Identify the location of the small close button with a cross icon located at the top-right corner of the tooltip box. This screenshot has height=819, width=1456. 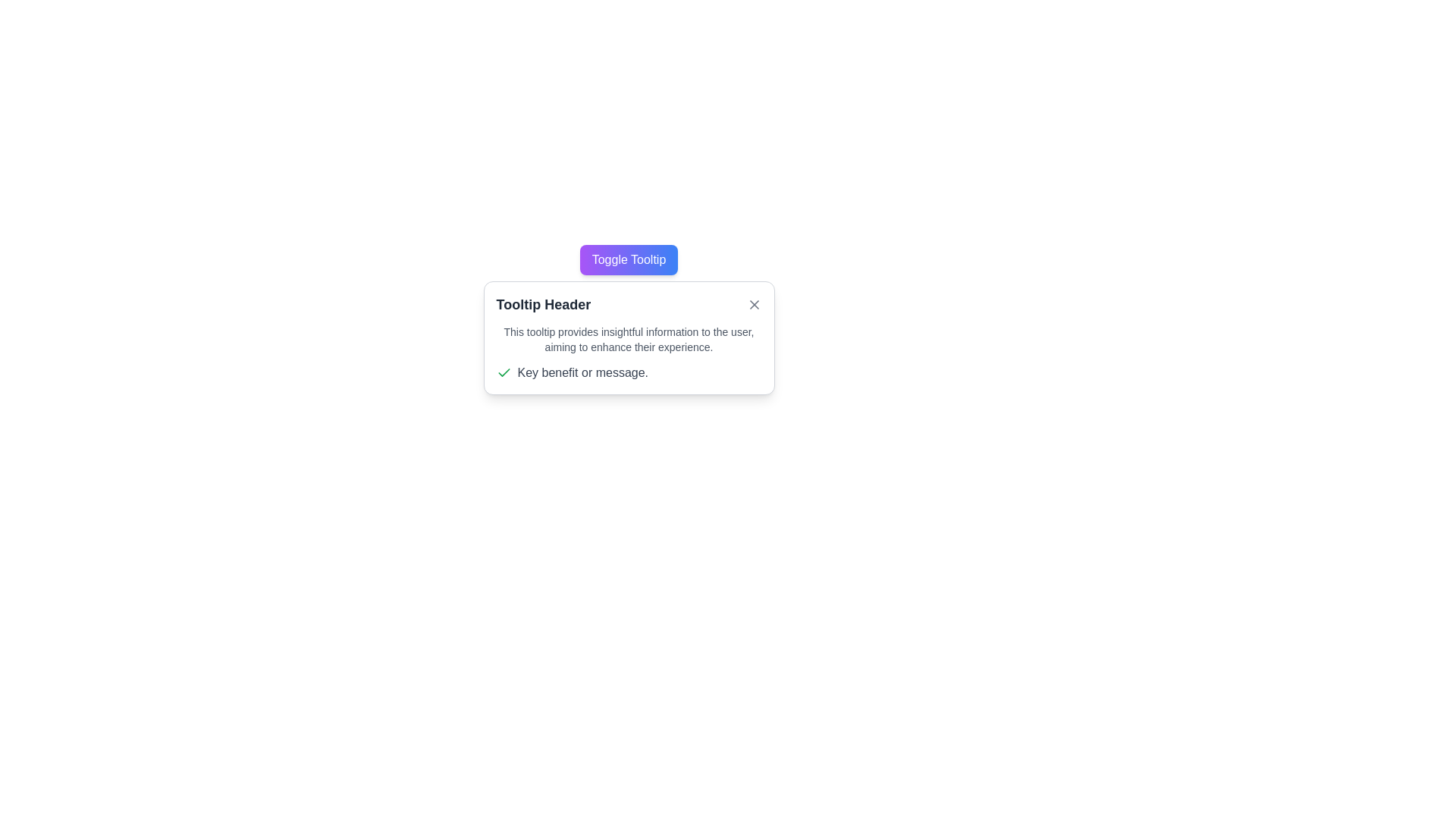
(754, 304).